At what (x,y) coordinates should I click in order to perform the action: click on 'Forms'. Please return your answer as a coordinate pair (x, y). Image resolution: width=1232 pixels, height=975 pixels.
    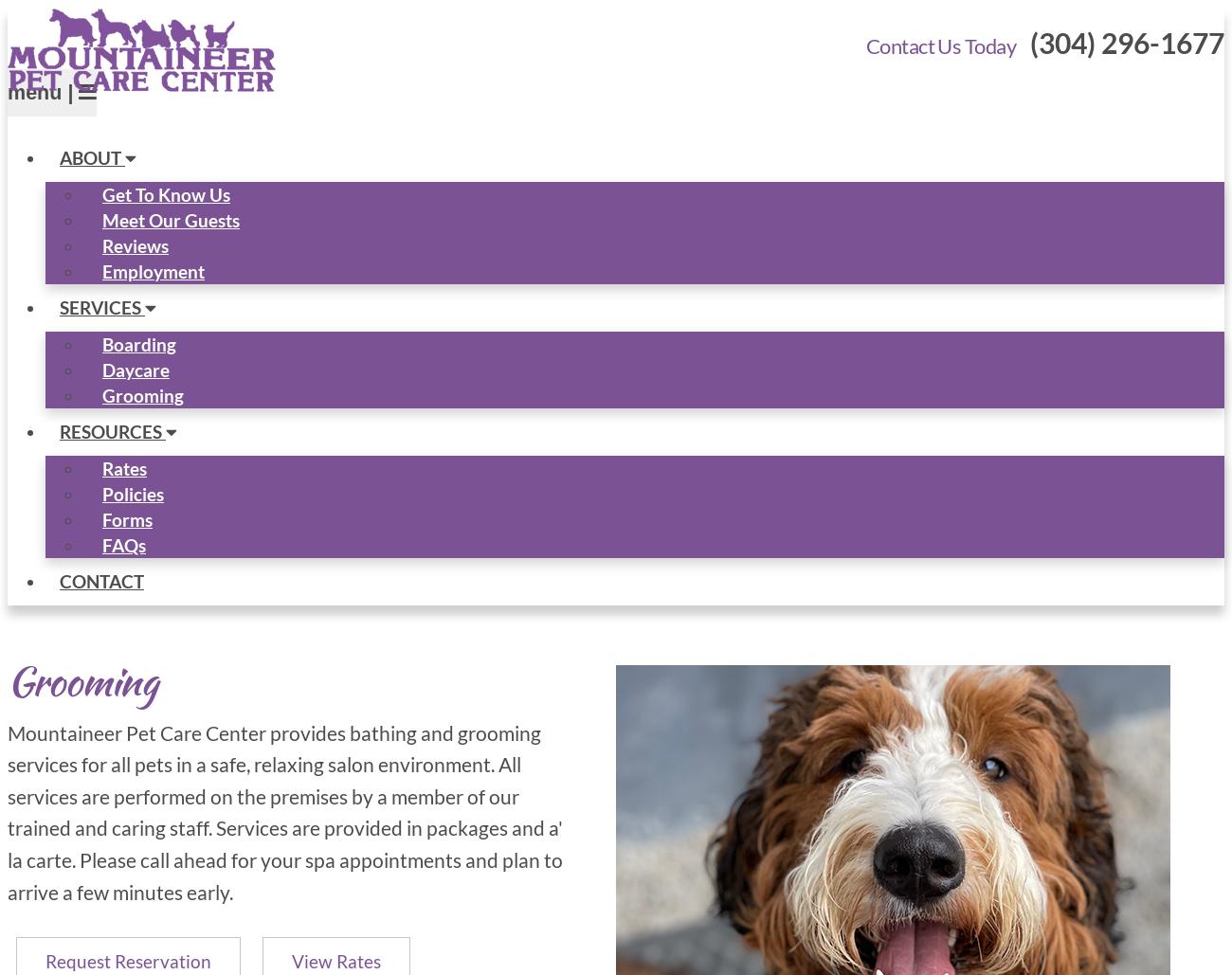
    Looking at the image, I should click on (126, 517).